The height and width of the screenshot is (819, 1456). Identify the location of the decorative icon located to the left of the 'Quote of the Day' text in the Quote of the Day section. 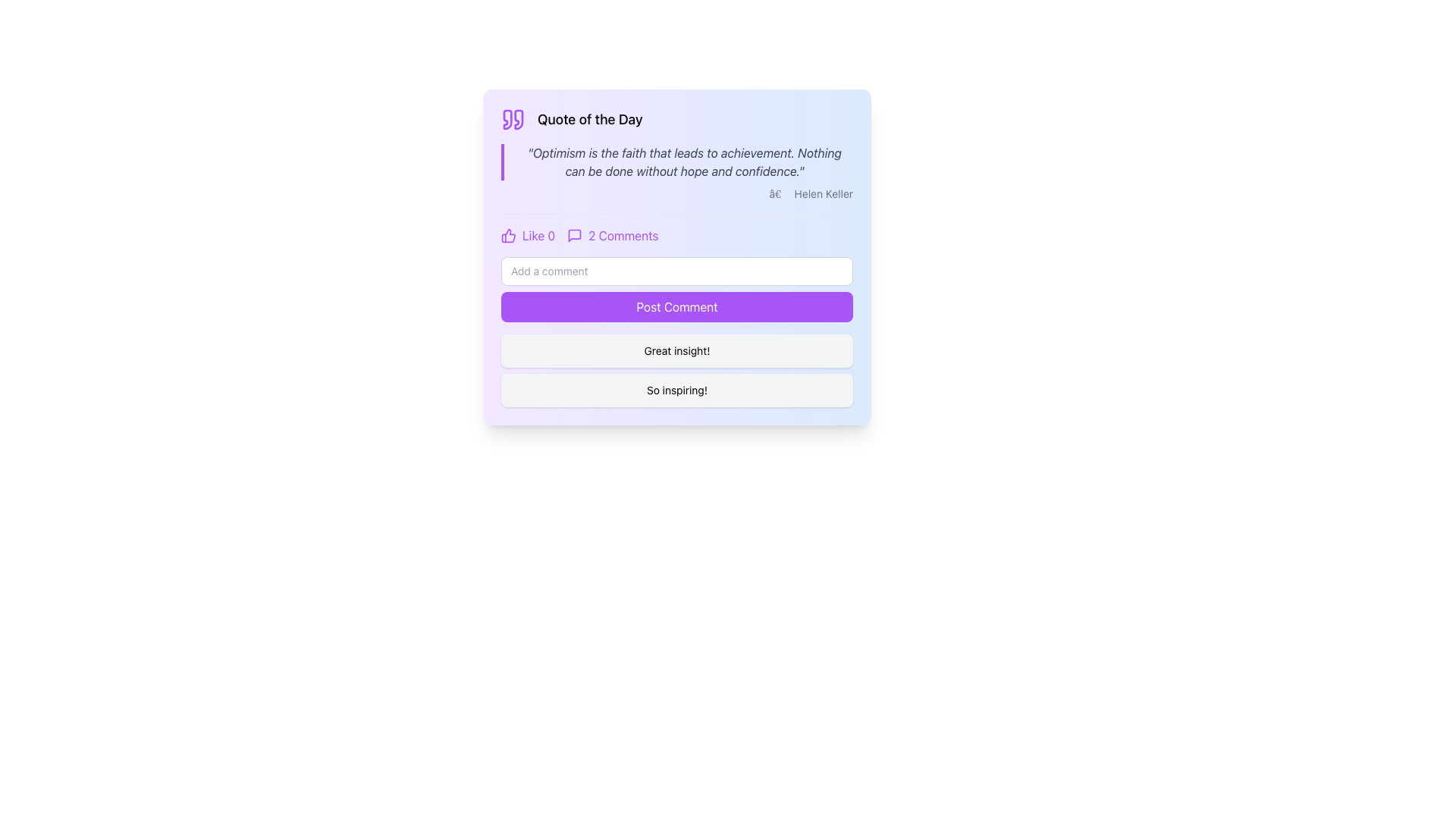
(513, 119).